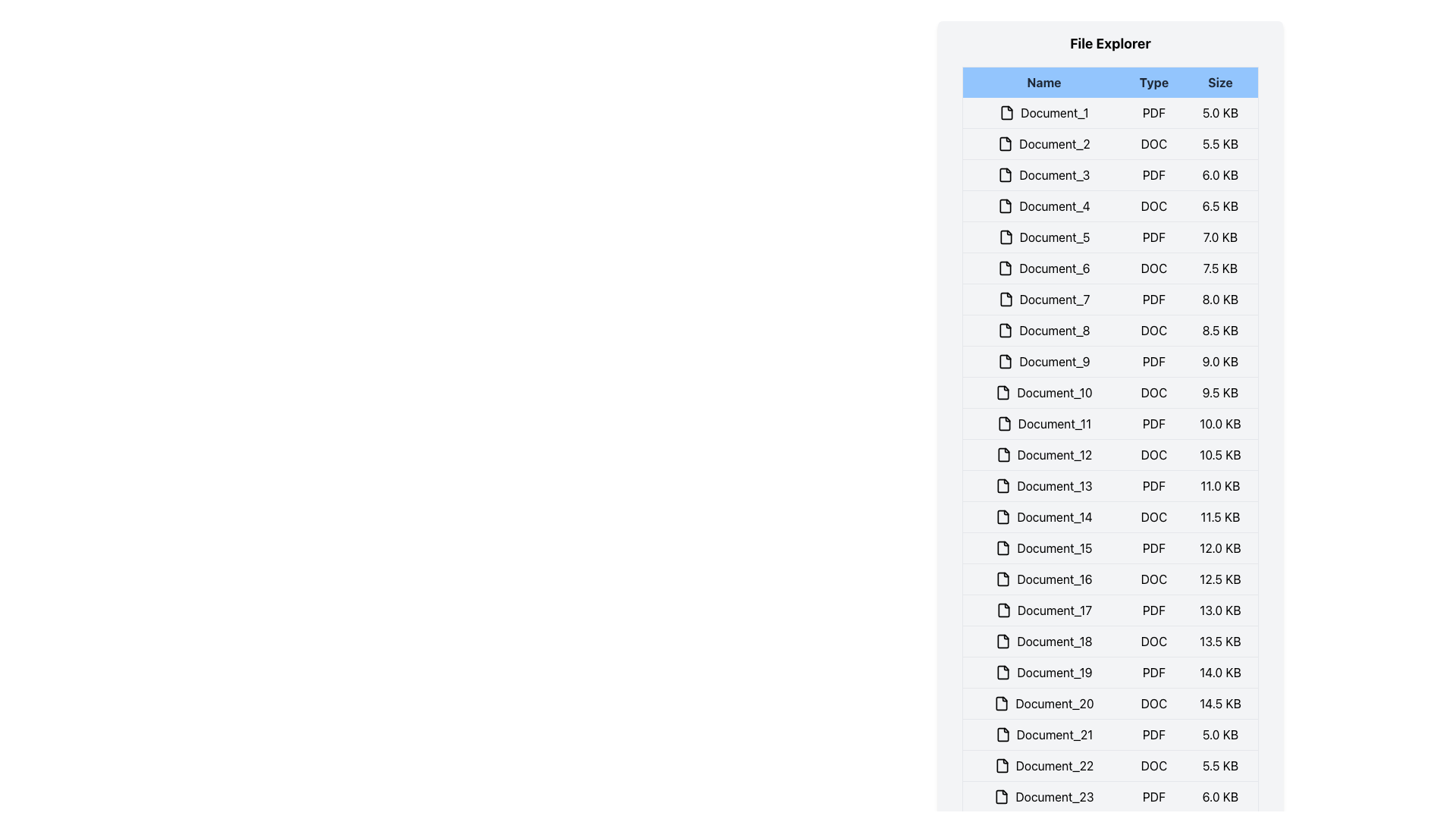  I want to click on the Text Label with Icon displaying 'Document_22' which is positioned to the left of the sibling text elements 'DOC' and '5.5 KB', so click(1043, 766).